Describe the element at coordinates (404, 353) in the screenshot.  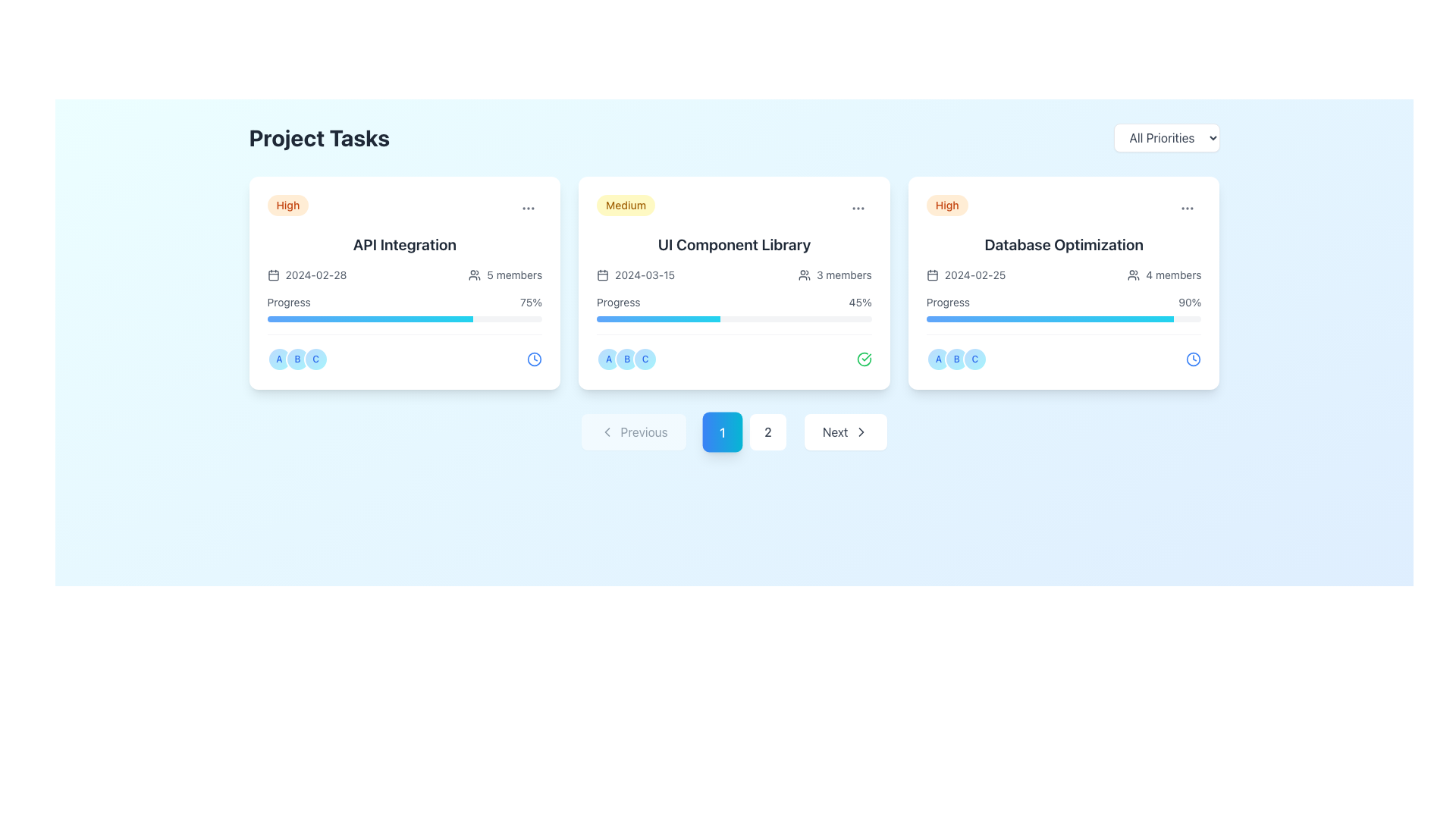
I see `the avatar icons labeled 'A', 'B', and 'C' in the composite UI component located at the bottom of the 'API Integration' card for additional information` at that location.